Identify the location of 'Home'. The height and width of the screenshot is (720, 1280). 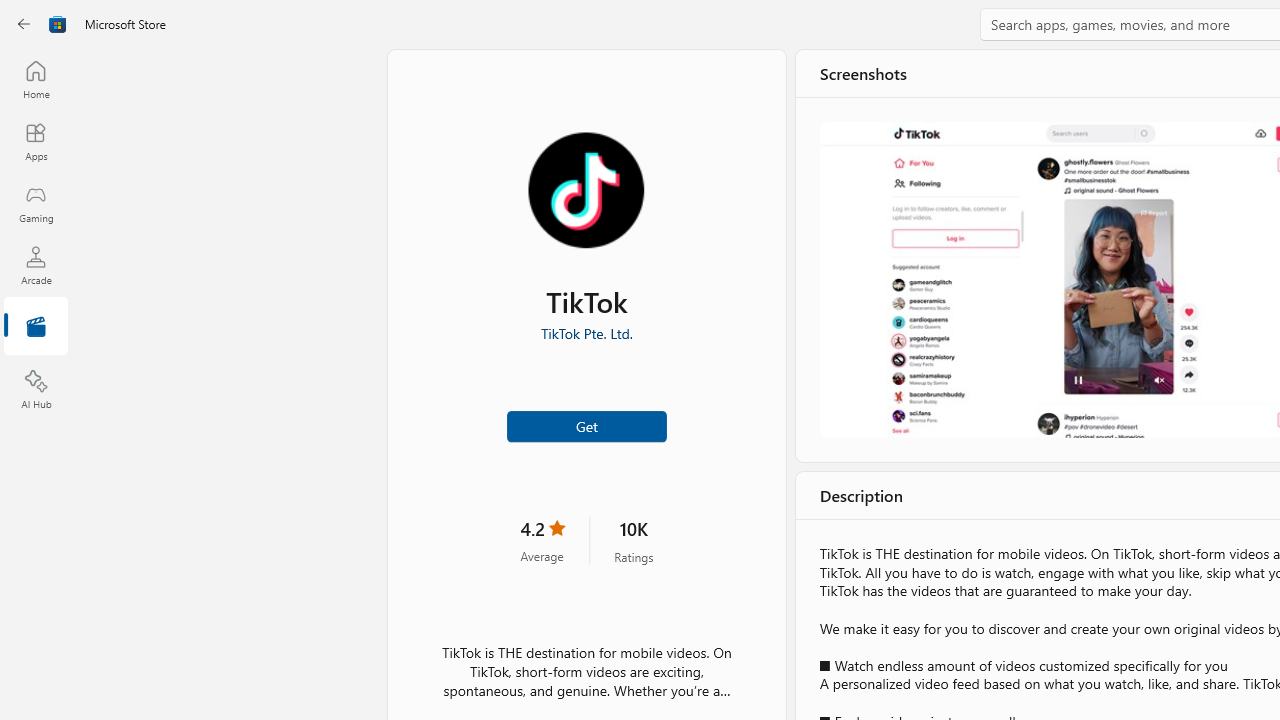
(35, 78).